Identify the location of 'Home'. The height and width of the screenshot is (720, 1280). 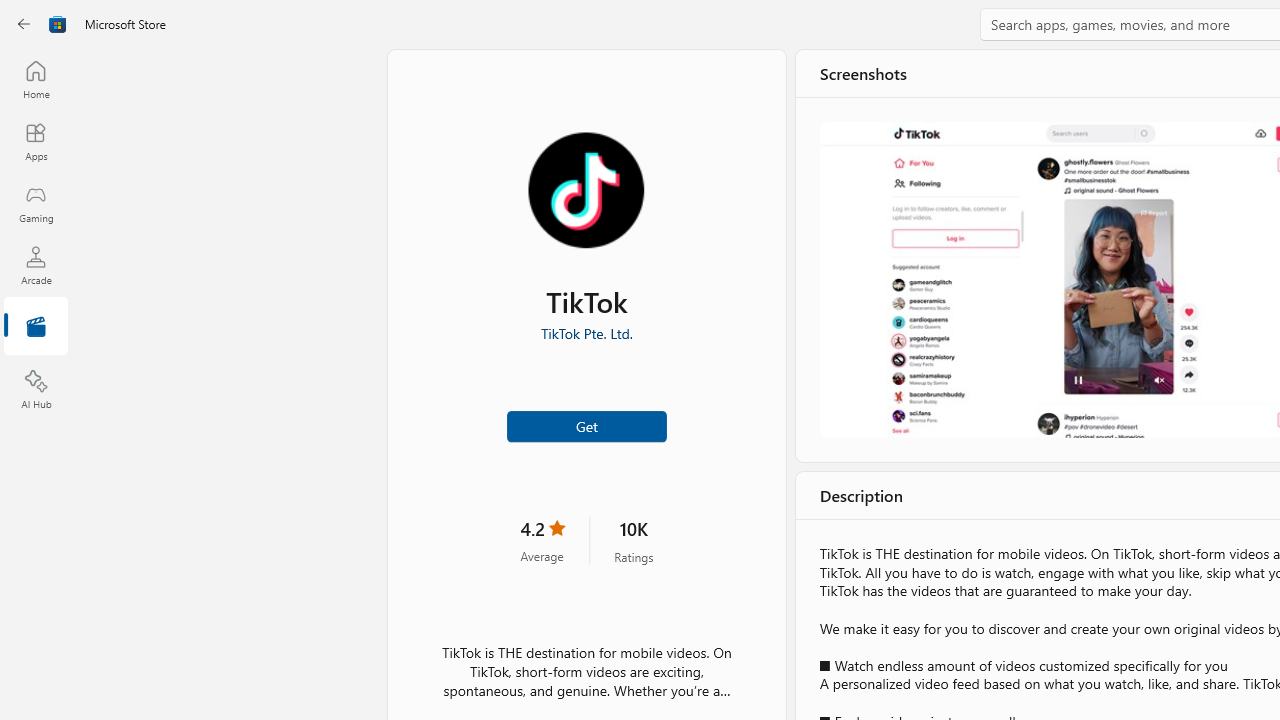
(35, 78).